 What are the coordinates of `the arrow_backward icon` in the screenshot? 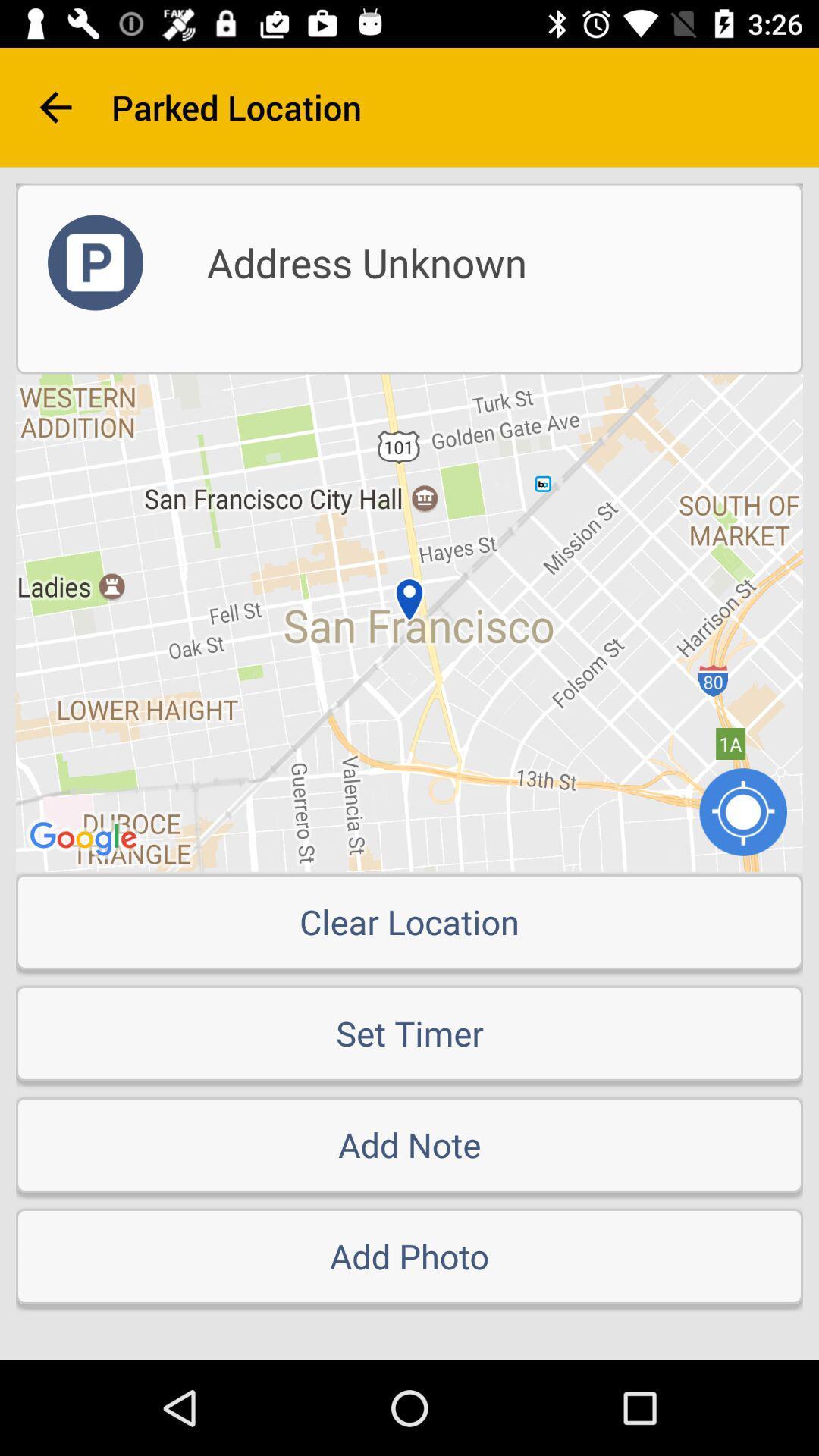 It's located at (55, 106).